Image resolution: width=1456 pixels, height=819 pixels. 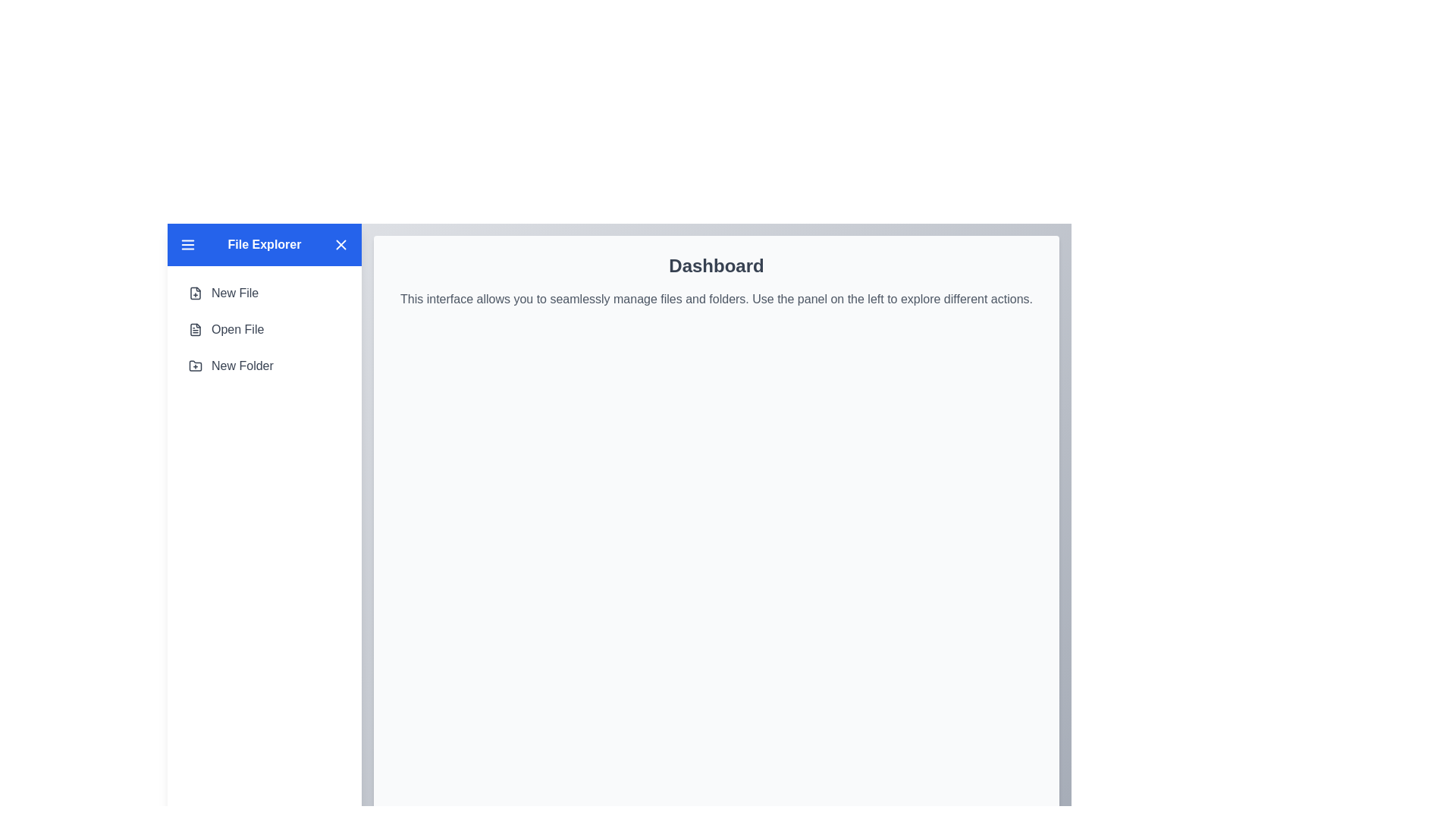 What do you see at coordinates (716, 299) in the screenshot?
I see `text that displays the message: 'This interface allows you to seamlessly manage files and folders. Use the panel on the left to explore different actions.', which is located below the 'Dashboard' heading in a gray font on a light-gray background` at bounding box center [716, 299].